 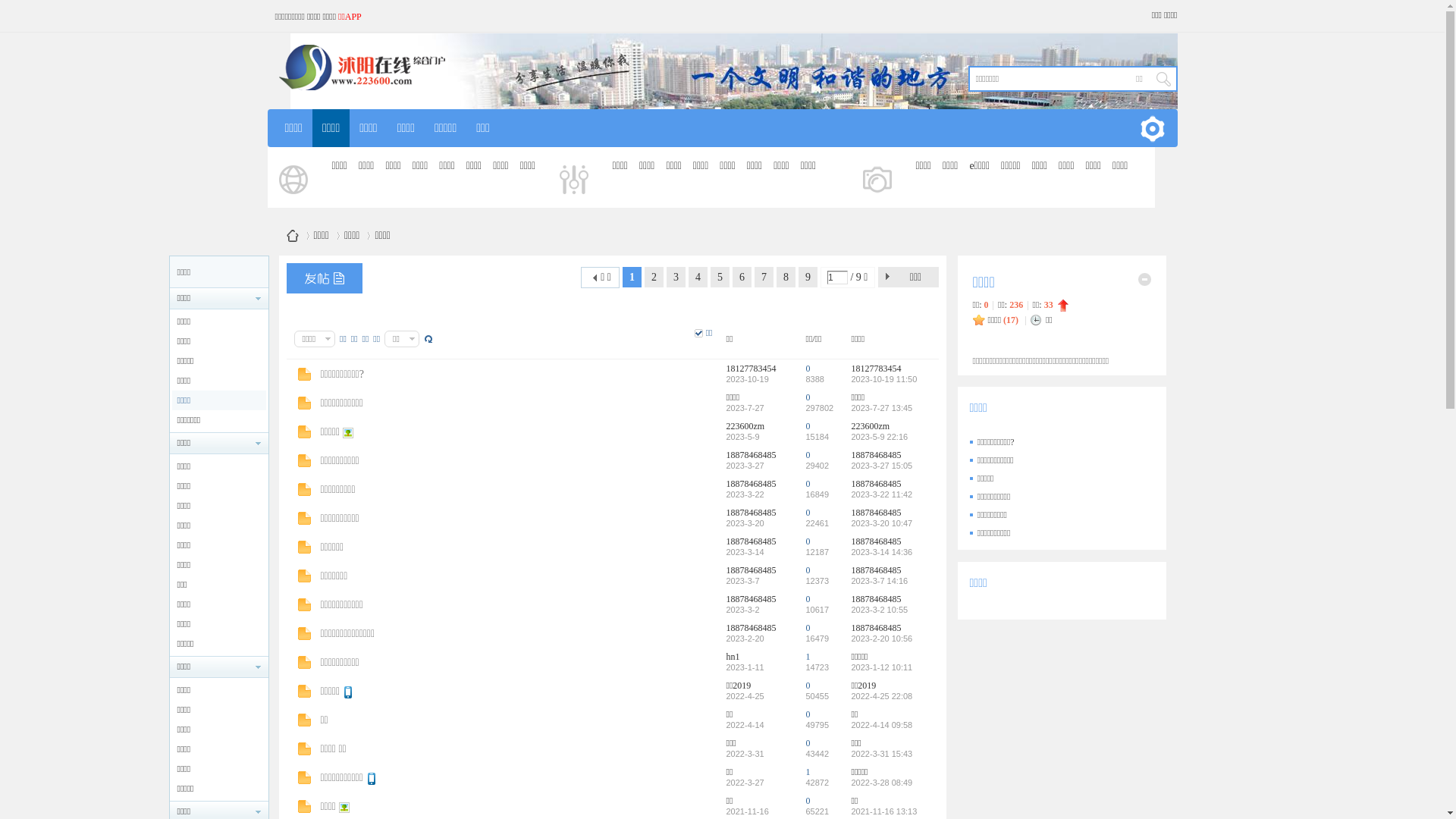 I want to click on '2023-3-14 14:36', so click(x=881, y=552).